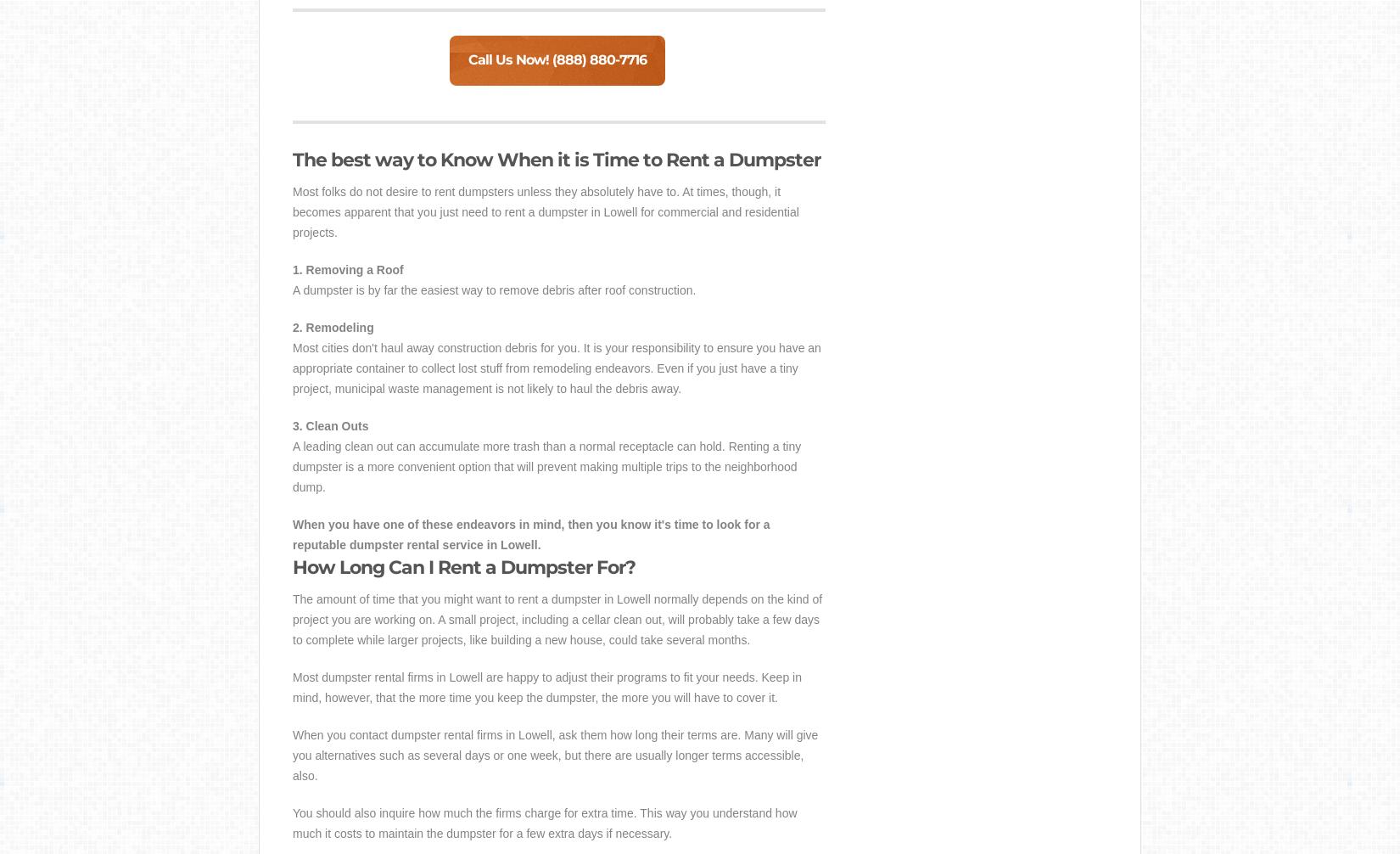 This screenshot has height=854, width=1400. What do you see at coordinates (554, 755) in the screenshot?
I see `'When you contact dumpster rental firms in Lowell, ask them how long their terms are. Many will give you alternatives such as several days or one week, but there are usually longer terms accessible, also.'` at bounding box center [554, 755].